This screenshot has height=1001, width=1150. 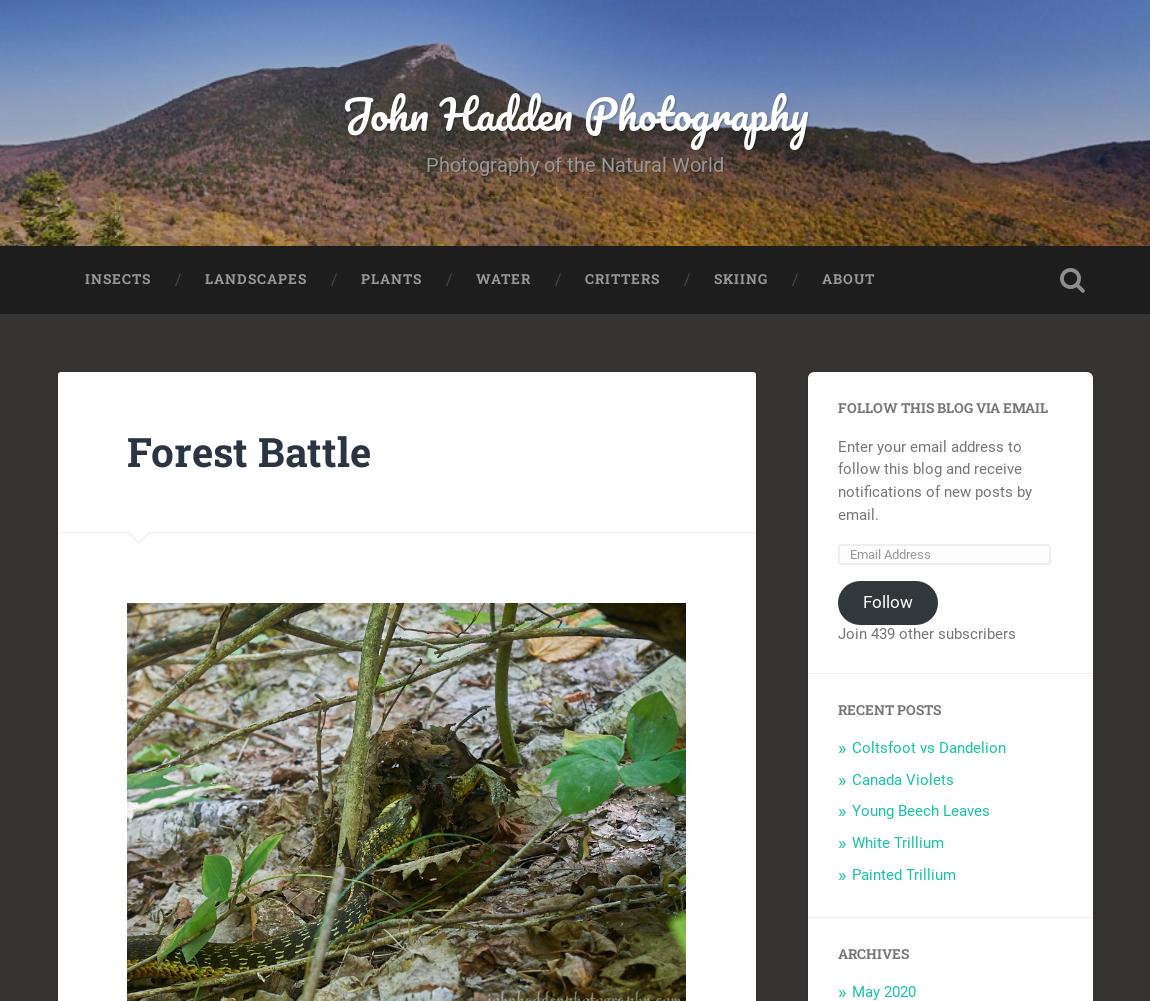 What do you see at coordinates (901, 778) in the screenshot?
I see `'Canada Violets'` at bounding box center [901, 778].